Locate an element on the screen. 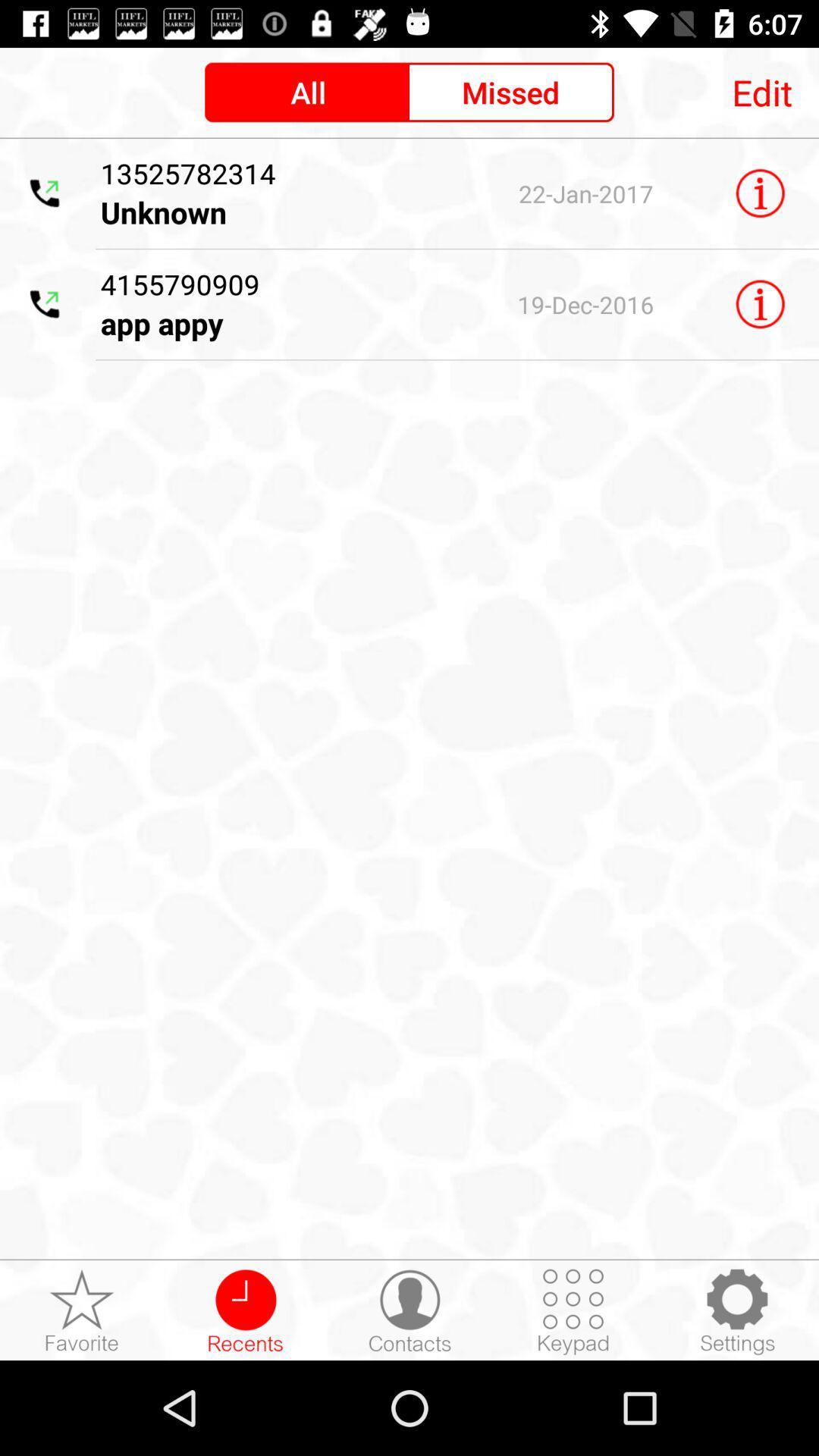 The image size is (819, 1456). information icon beside unknown text is located at coordinates (760, 192).